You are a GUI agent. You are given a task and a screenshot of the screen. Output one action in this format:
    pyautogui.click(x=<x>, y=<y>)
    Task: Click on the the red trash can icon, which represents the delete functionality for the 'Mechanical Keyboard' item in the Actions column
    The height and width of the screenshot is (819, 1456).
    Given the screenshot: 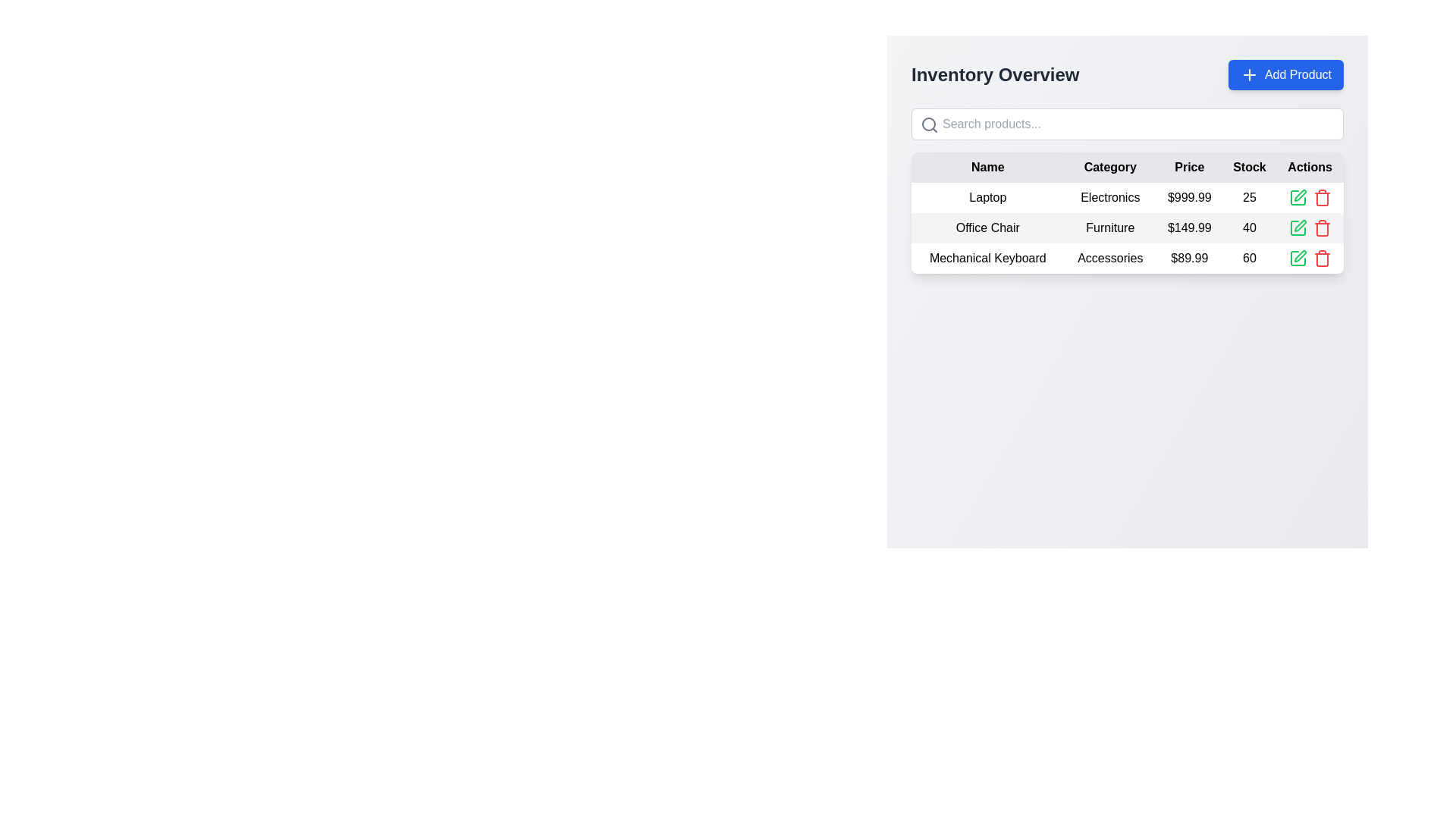 What is the action you would take?
    pyautogui.click(x=1321, y=197)
    